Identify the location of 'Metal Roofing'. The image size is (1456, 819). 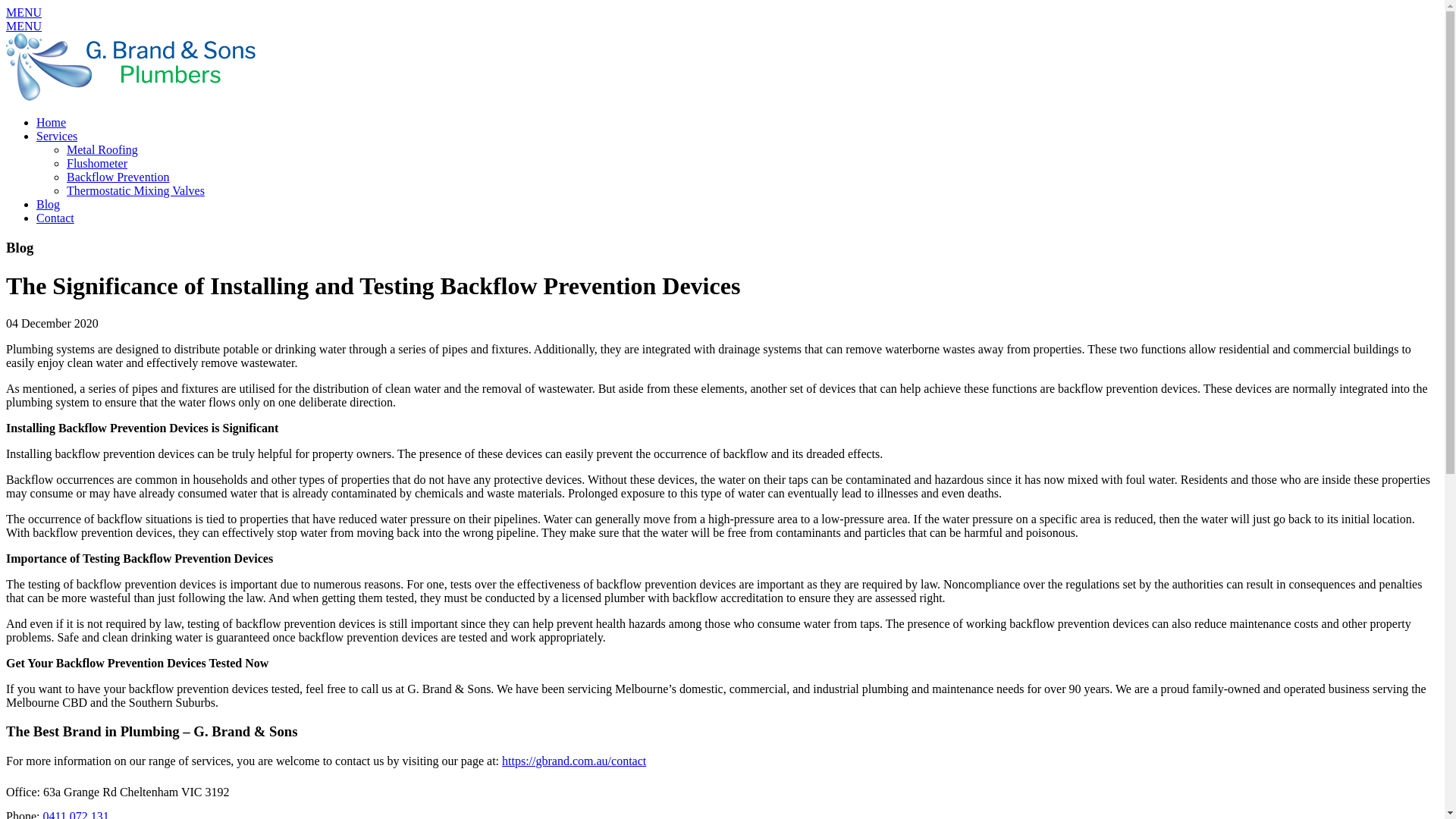
(101, 149).